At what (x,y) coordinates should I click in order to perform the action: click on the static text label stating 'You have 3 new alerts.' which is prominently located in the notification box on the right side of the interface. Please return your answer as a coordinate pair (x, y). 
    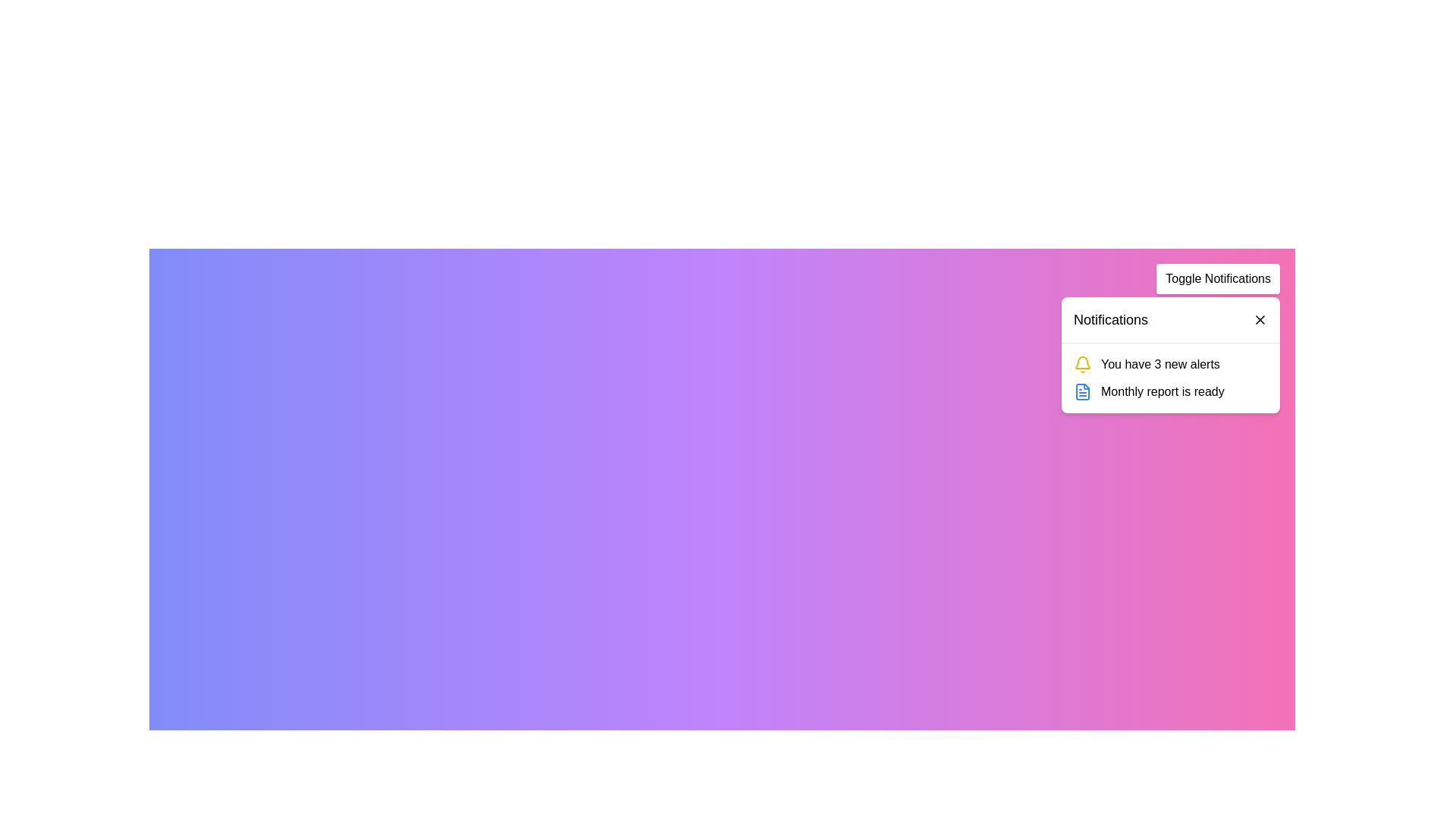
    Looking at the image, I should click on (1159, 365).